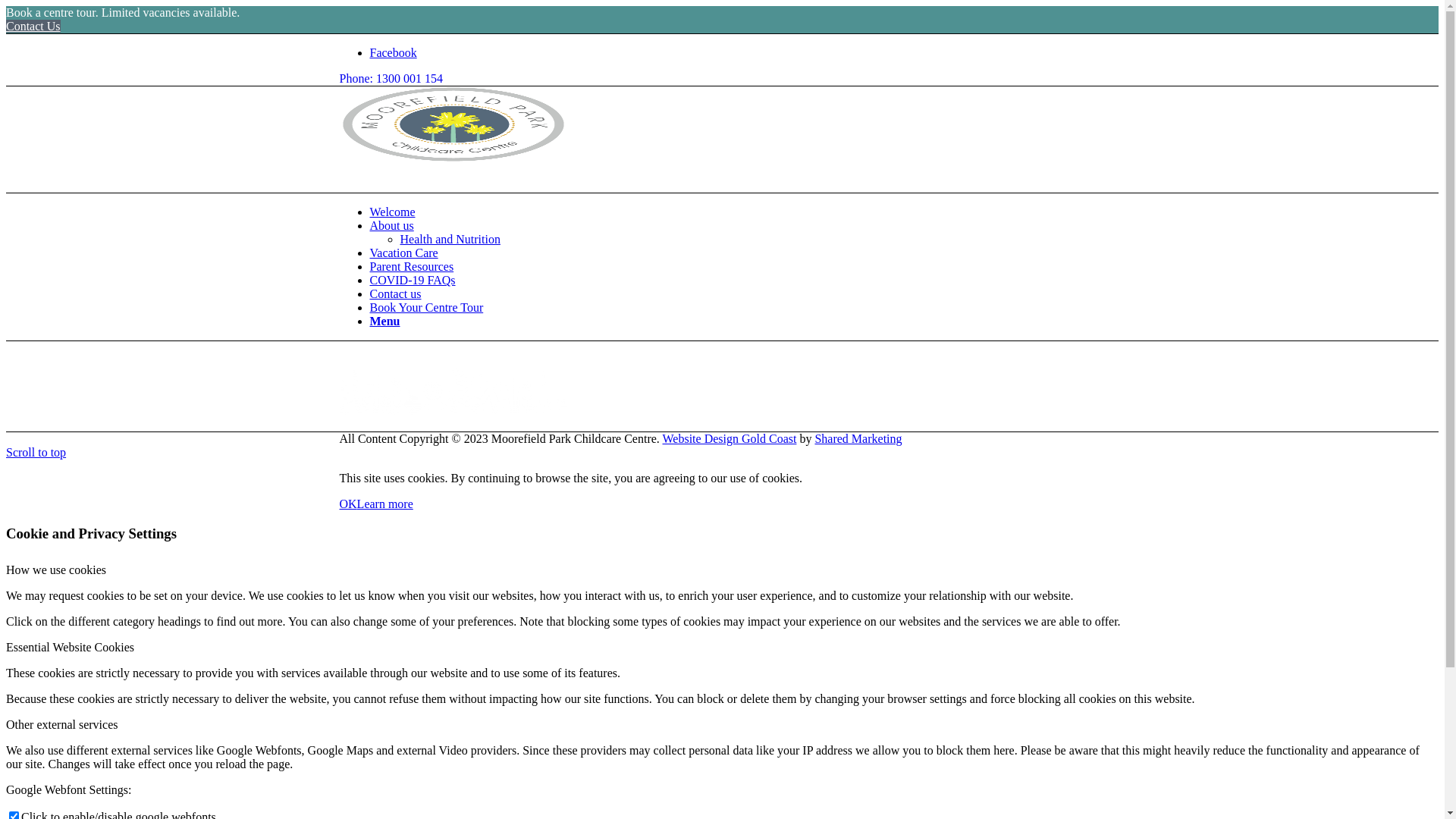 The image size is (1456, 819). I want to click on 'Contact Us', so click(33, 26).